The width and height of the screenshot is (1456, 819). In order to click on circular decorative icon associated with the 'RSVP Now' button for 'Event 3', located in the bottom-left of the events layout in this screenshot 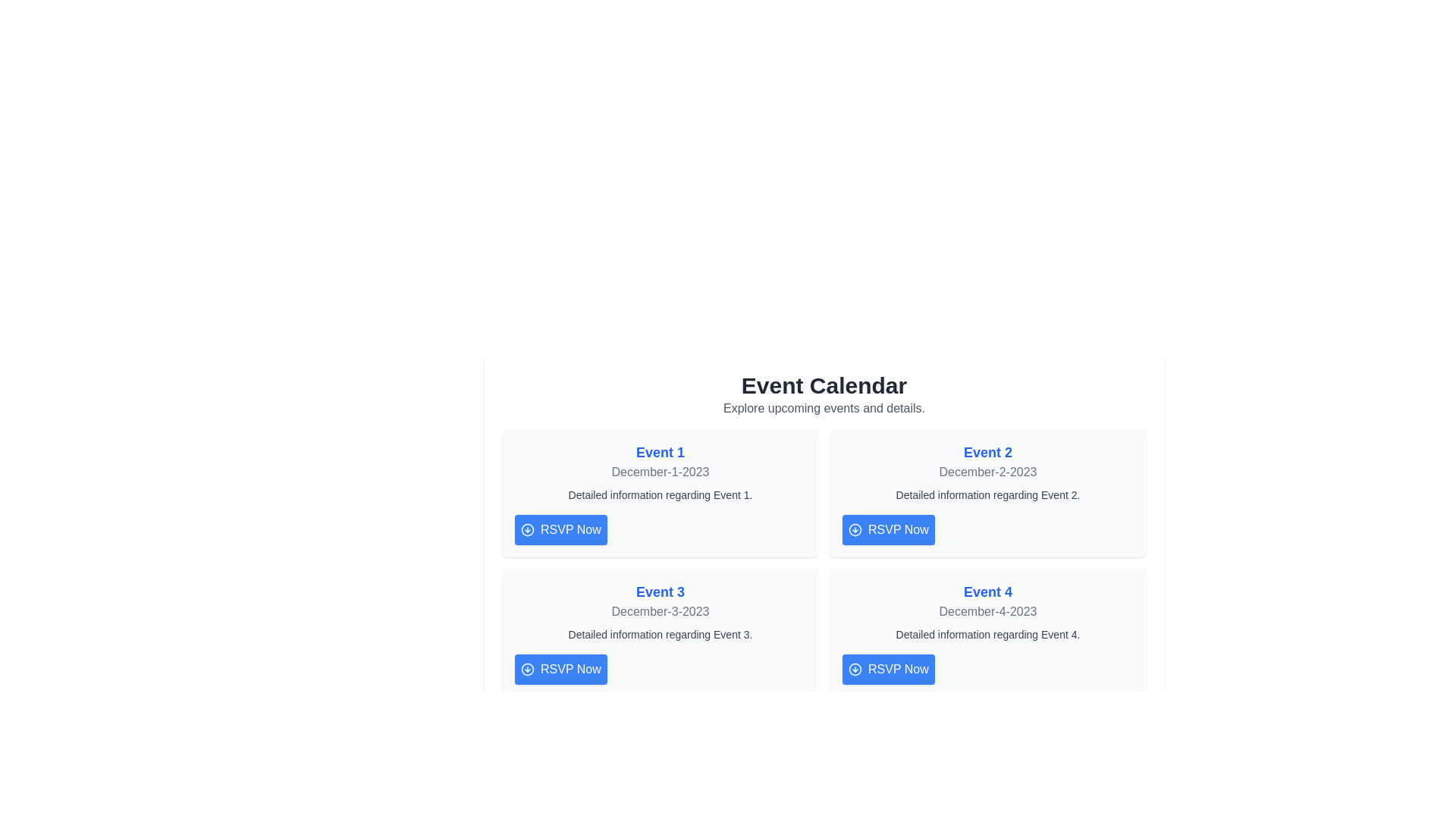, I will do `click(528, 669)`.